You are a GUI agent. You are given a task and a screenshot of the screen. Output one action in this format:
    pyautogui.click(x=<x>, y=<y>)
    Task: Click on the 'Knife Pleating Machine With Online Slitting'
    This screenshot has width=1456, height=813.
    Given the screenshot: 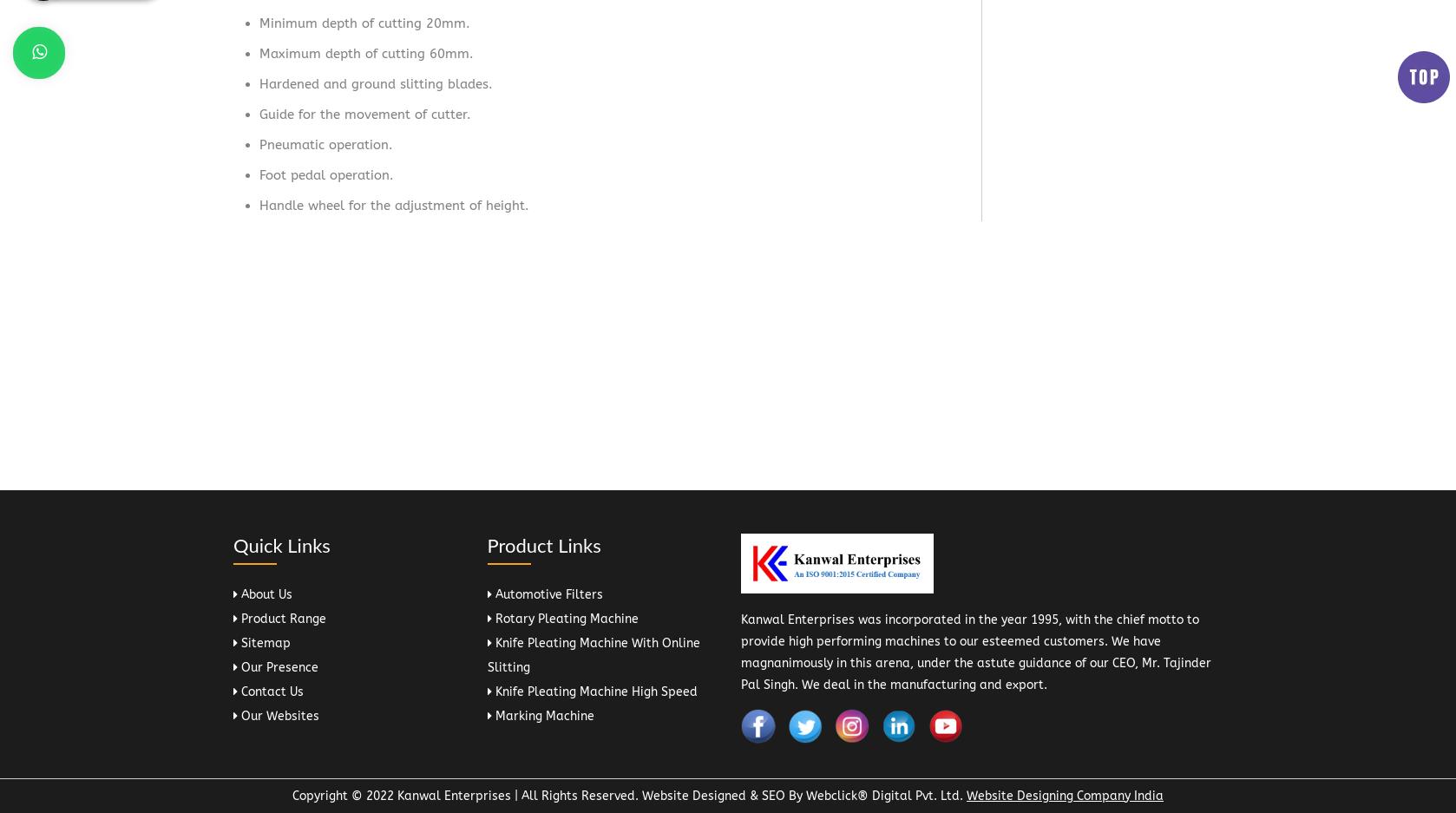 What is the action you would take?
    pyautogui.click(x=485, y=653)
    